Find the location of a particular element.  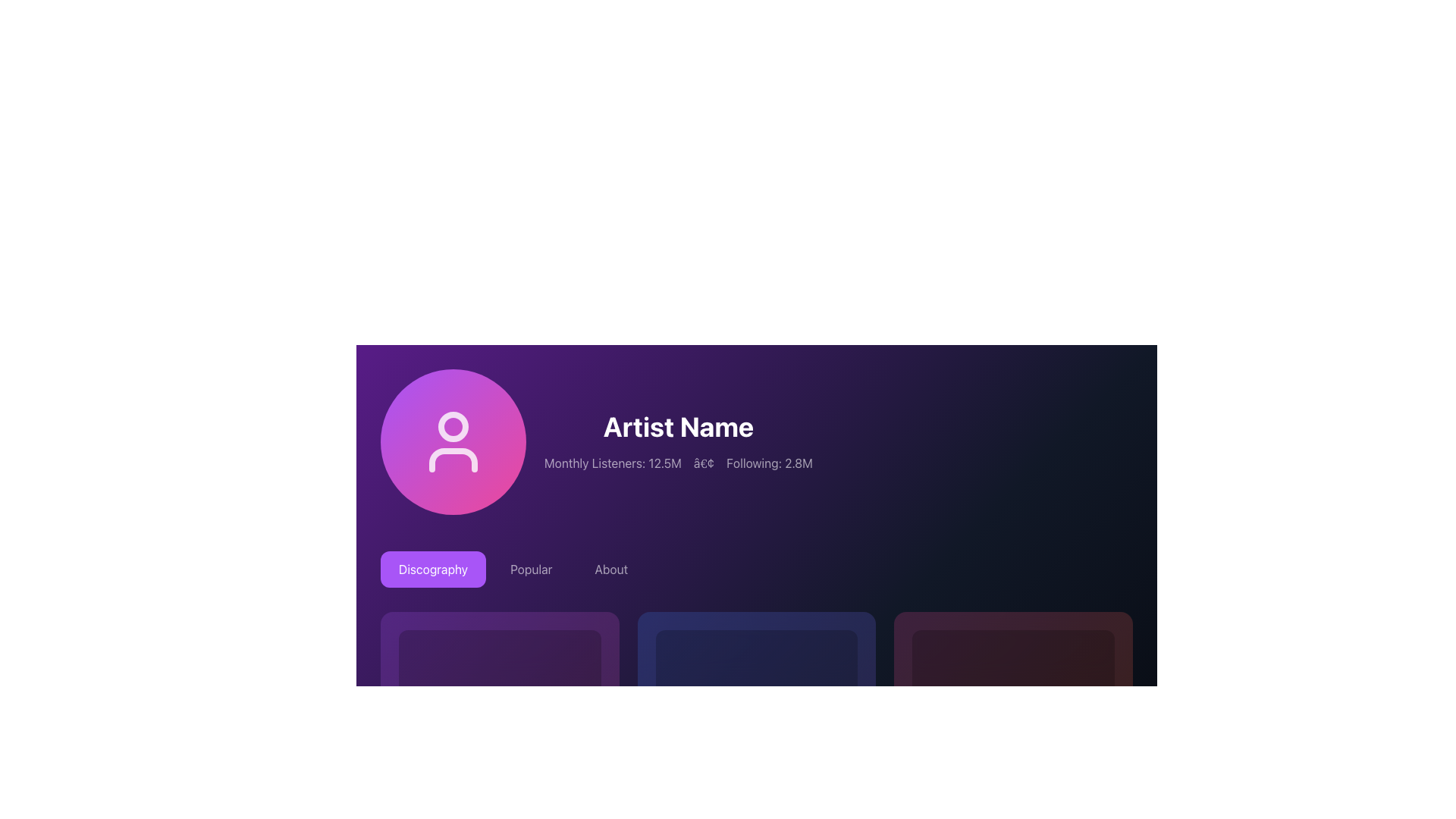

the text display providing statistical information regarding monthly listeners and followers of the artist, located below the heading "Artist Name" is located at coordinates (677, 462).